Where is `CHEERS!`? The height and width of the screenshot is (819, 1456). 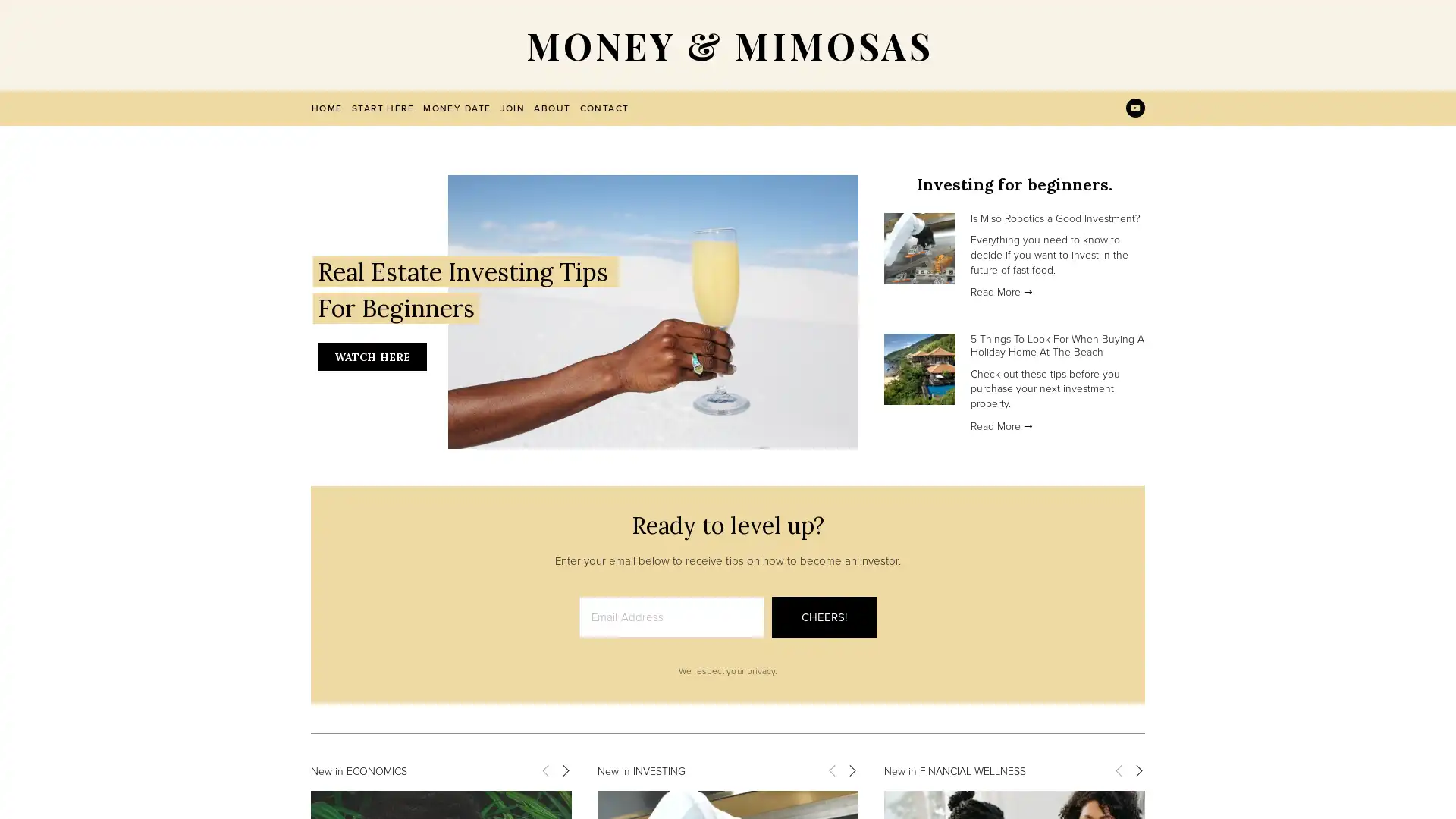
CHEERS! is located at coordinates (823, 617).